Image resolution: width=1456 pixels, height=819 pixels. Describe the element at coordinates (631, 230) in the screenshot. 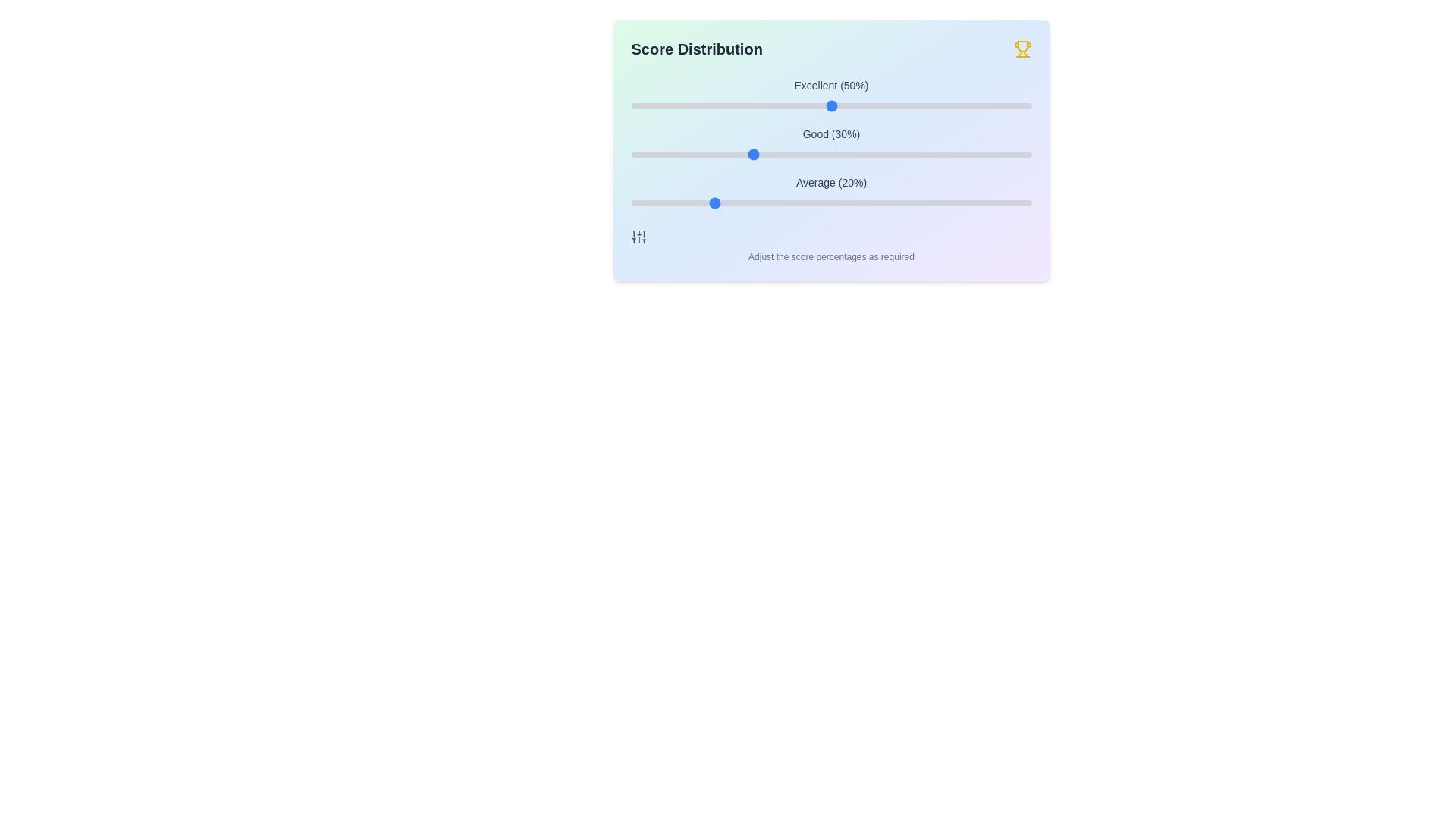

I see `the text 'Adjust the score percentages as required' by selecting it or drawing a visual rectangle around it` at that location.